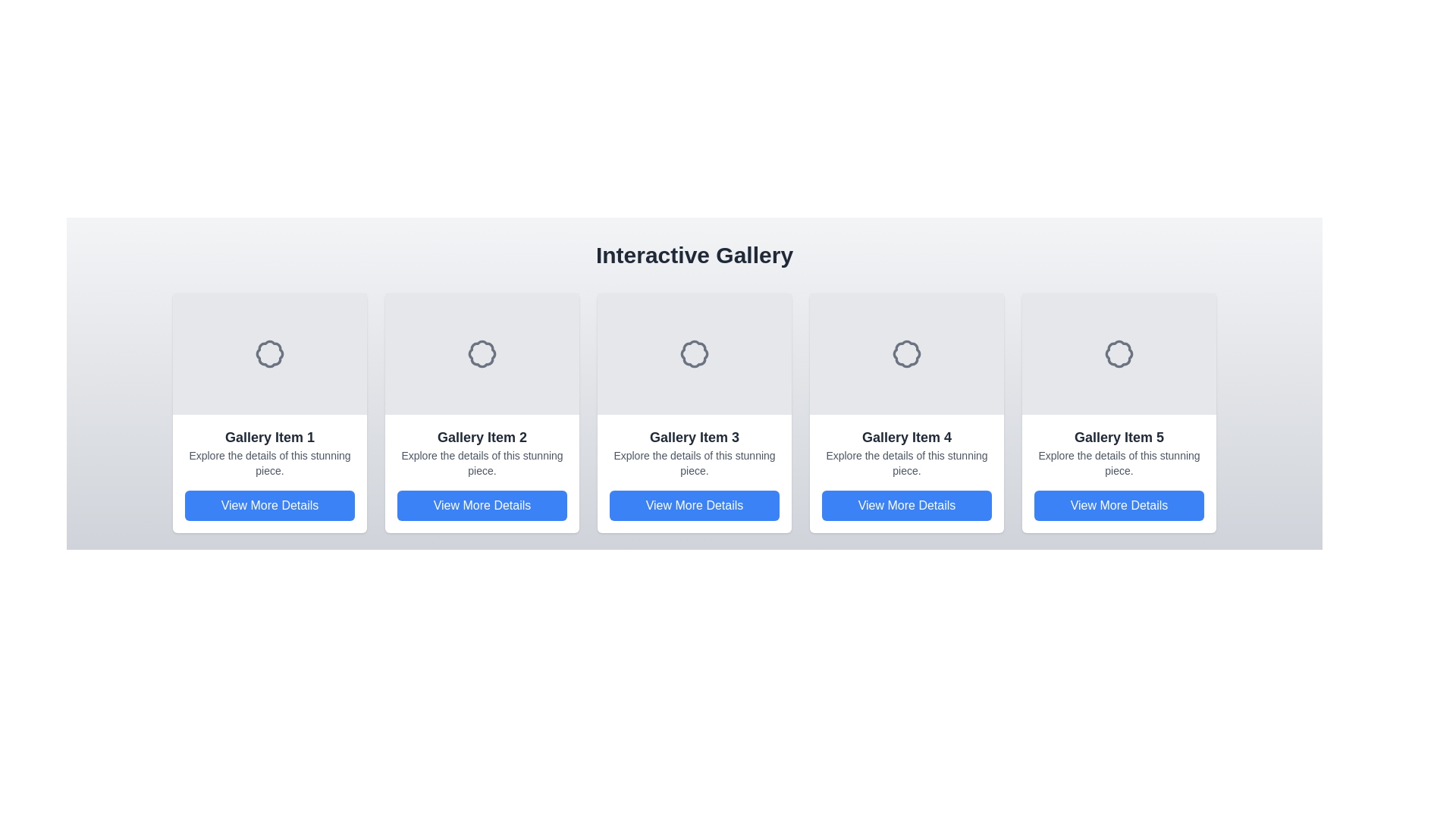 Image resolution: width=1456 pixels, height=819 pixels. I want to click on the decorative icon representing an award or achievement in the first card of the gallery layout, specifically located in the gray upper section of 'Gallery Item 1', so click(269, 353).